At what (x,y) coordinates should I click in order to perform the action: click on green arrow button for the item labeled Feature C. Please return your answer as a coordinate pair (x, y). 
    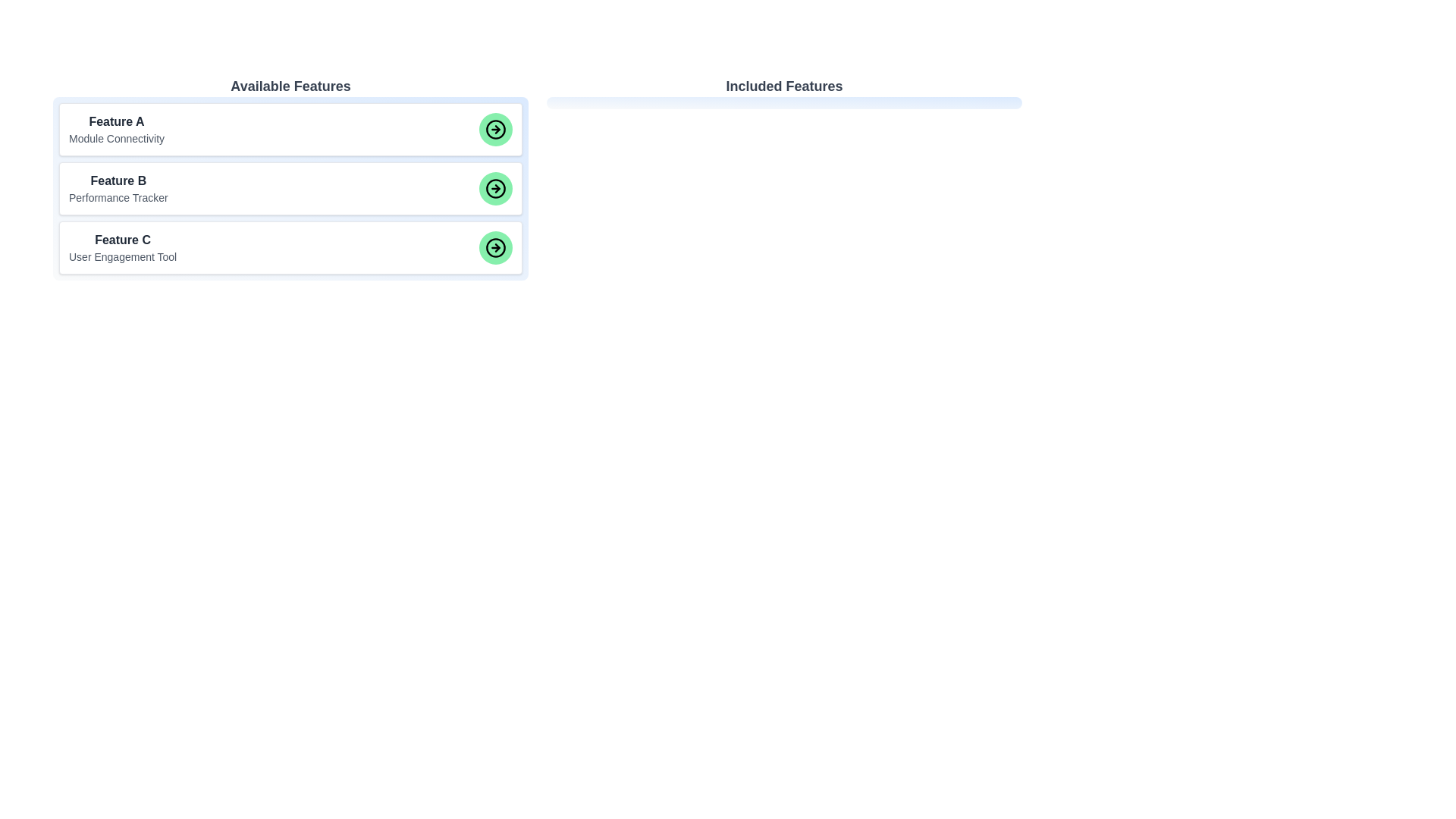
    Looking at the image, I should click on (495, 247).